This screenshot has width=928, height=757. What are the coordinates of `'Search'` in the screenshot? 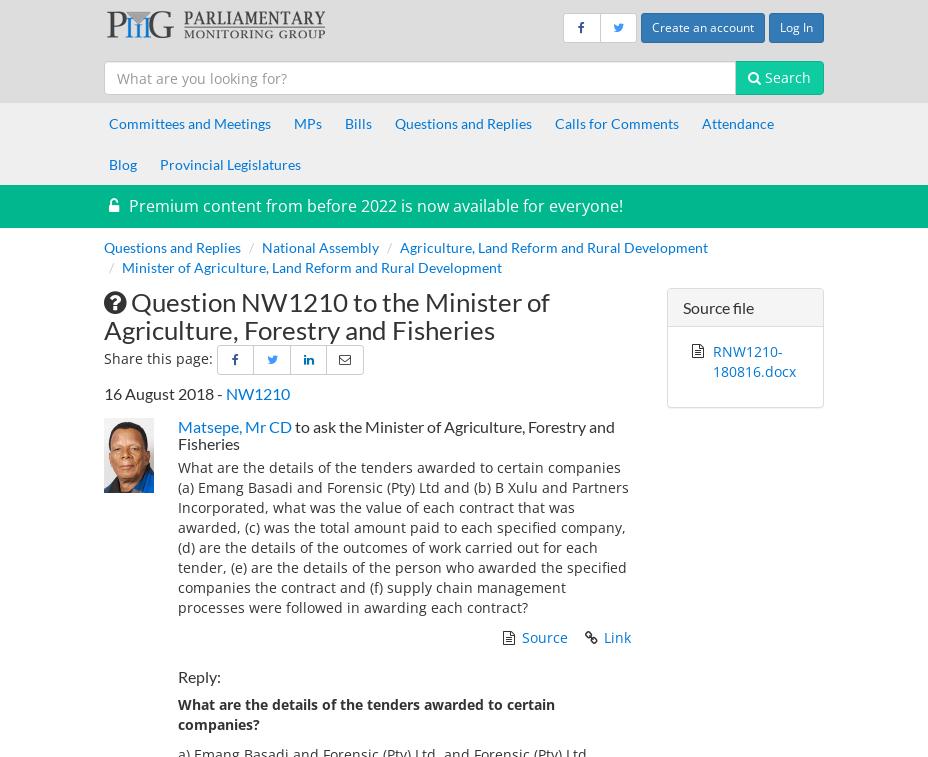 It's located at (759, 76).